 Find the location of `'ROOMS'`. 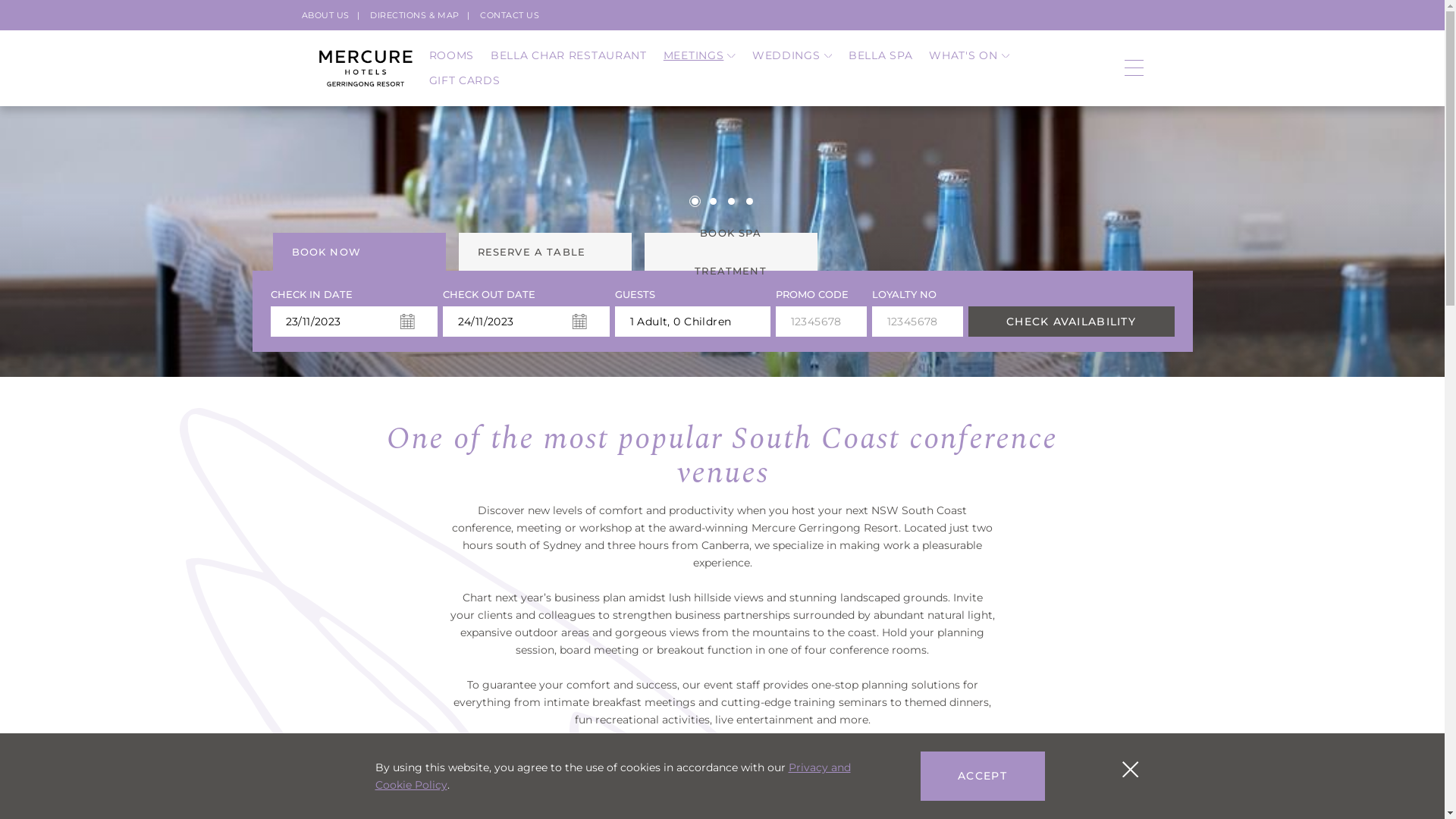

'ROOMS' is located at coordinates (450, 55).